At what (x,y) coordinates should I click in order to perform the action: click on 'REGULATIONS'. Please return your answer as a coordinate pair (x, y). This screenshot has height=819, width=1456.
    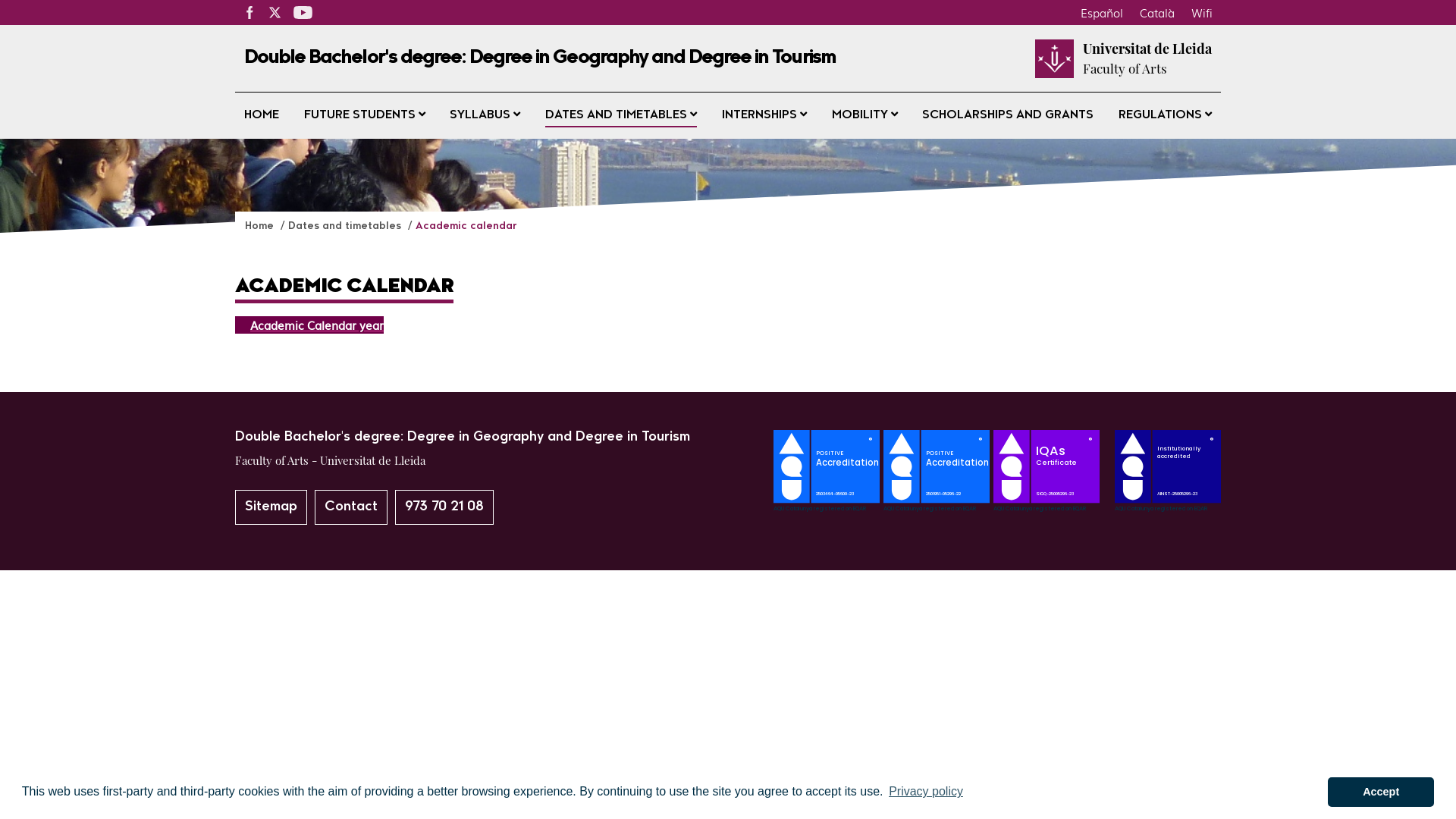
    Looking at the image, I should click on (1109, 115).